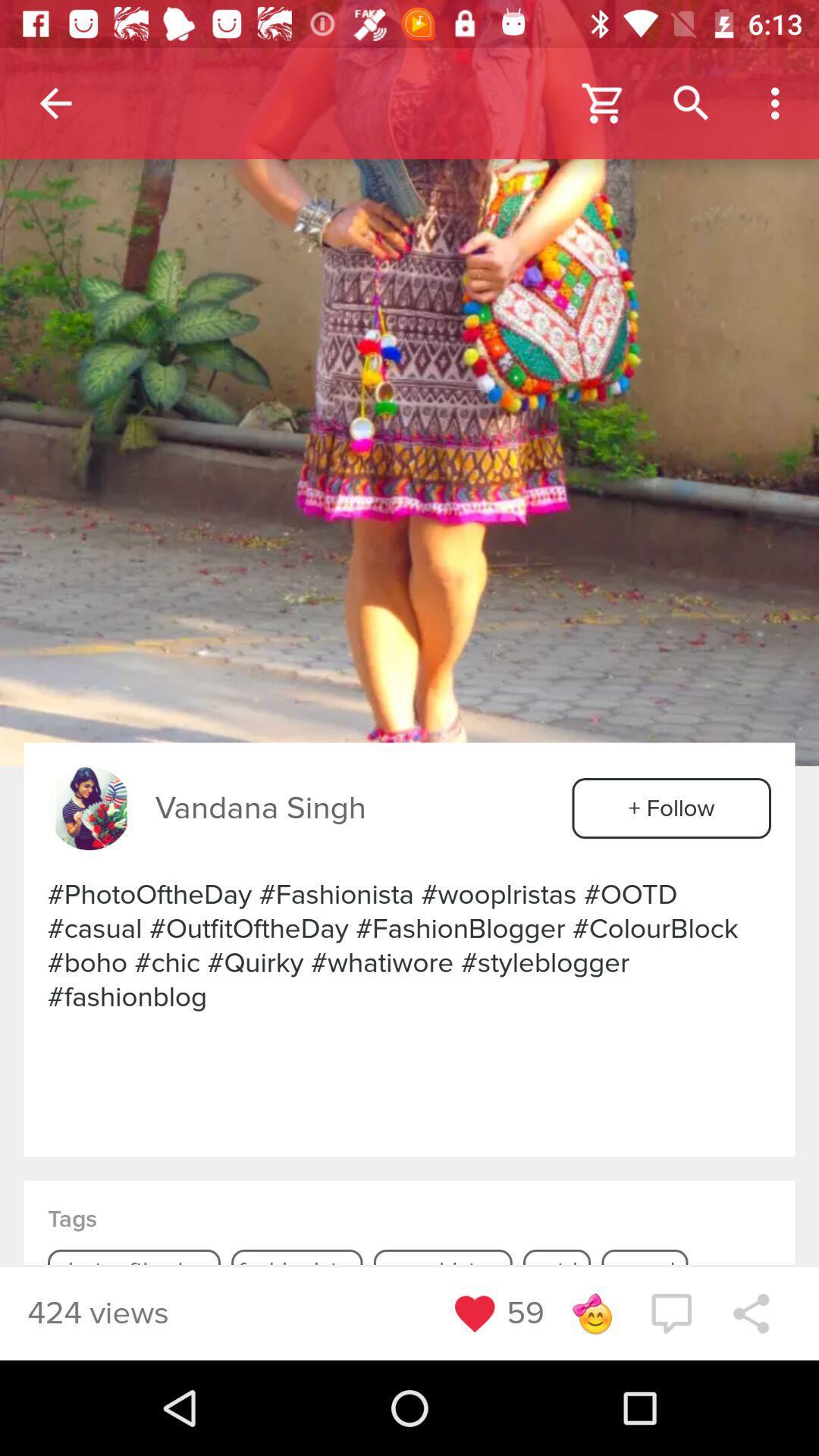 Image resolution: width=819 pixels, height=1456 pixels. Describe the element at coordinates (670, 1313) in the screenshot. I see `the chat icon` at that location.